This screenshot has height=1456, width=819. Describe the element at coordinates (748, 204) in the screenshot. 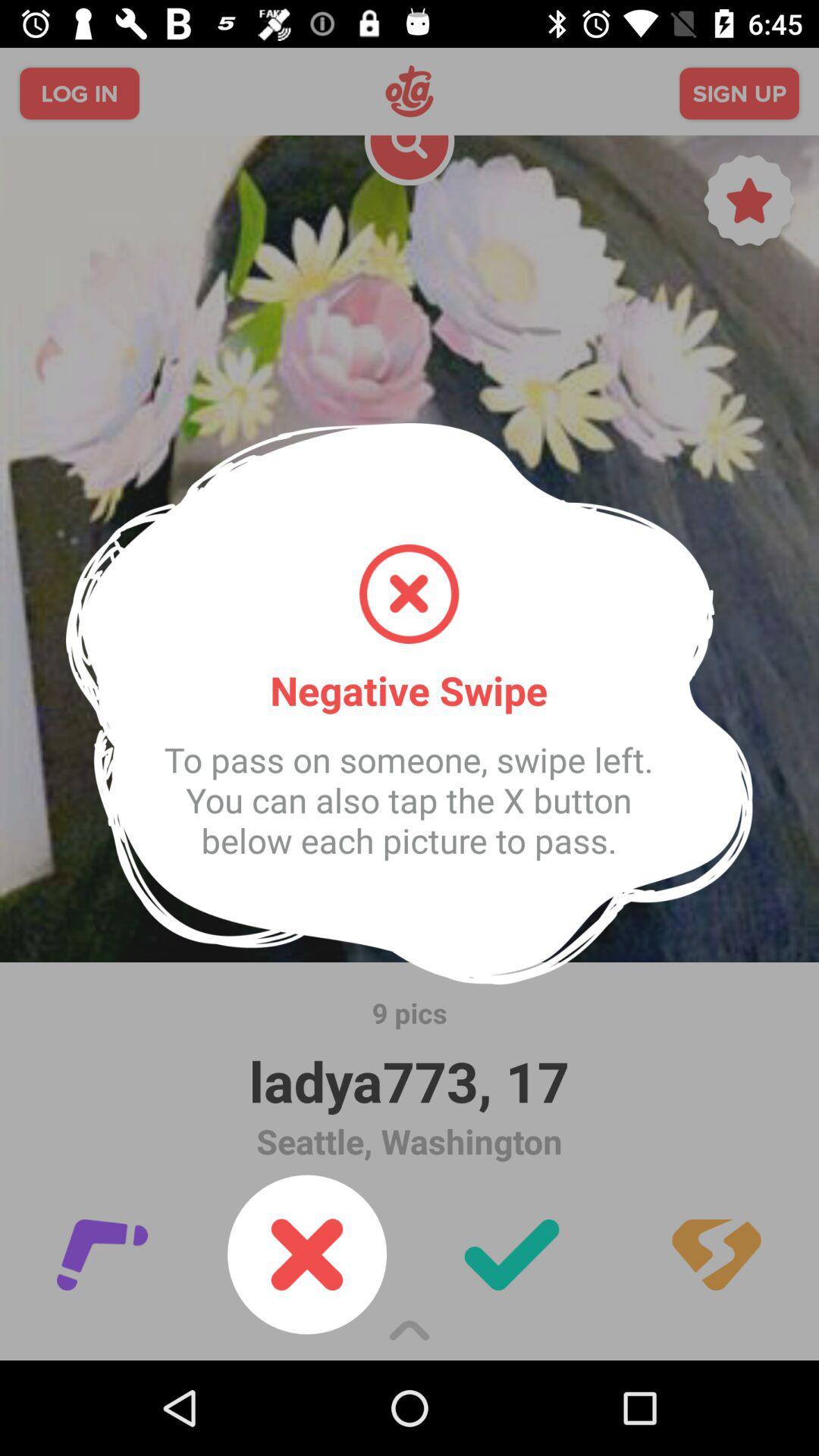

I see `the star icon` at that location.